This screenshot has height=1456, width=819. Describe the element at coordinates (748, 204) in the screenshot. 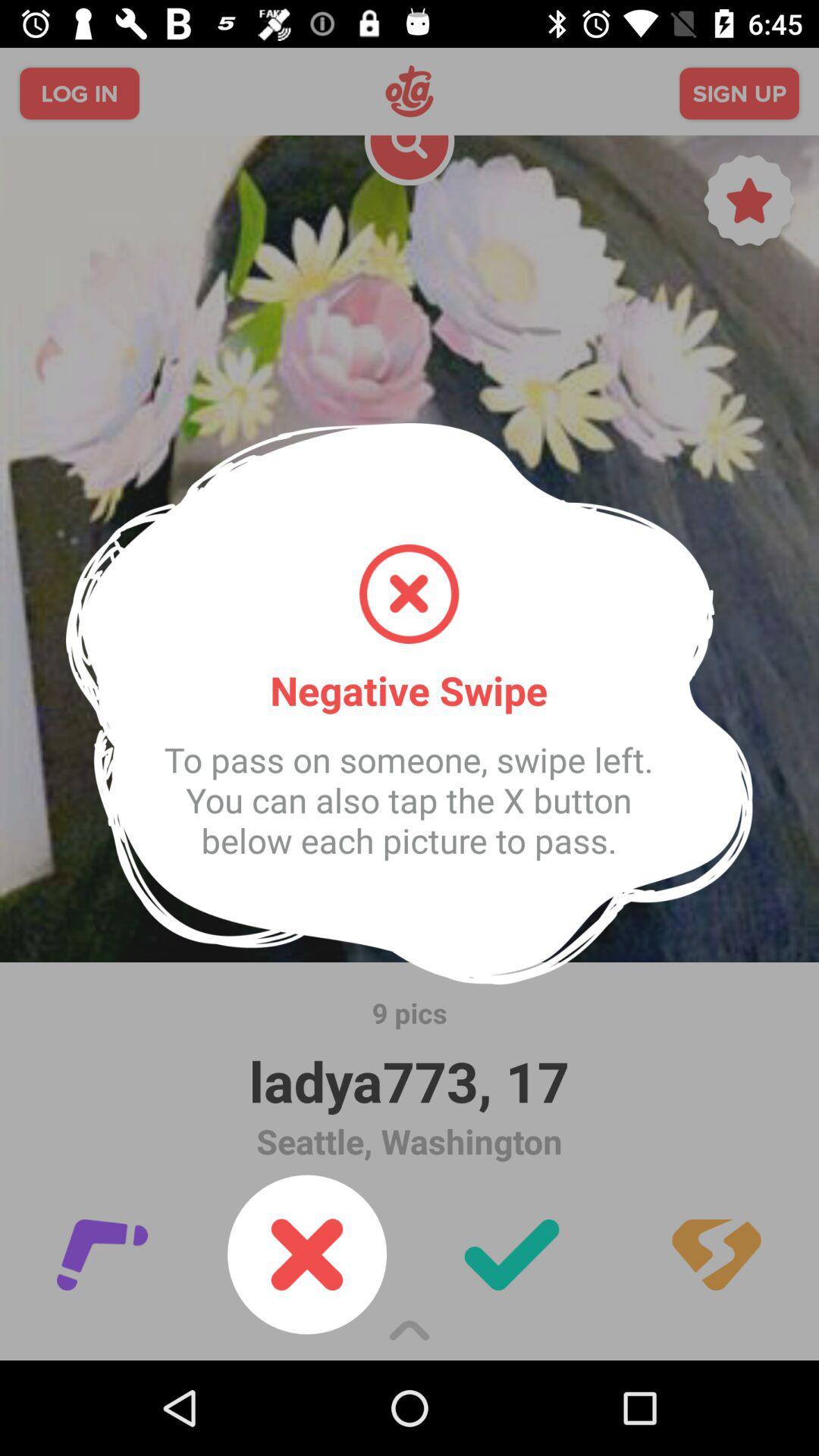

I see `the star icon` at that location.